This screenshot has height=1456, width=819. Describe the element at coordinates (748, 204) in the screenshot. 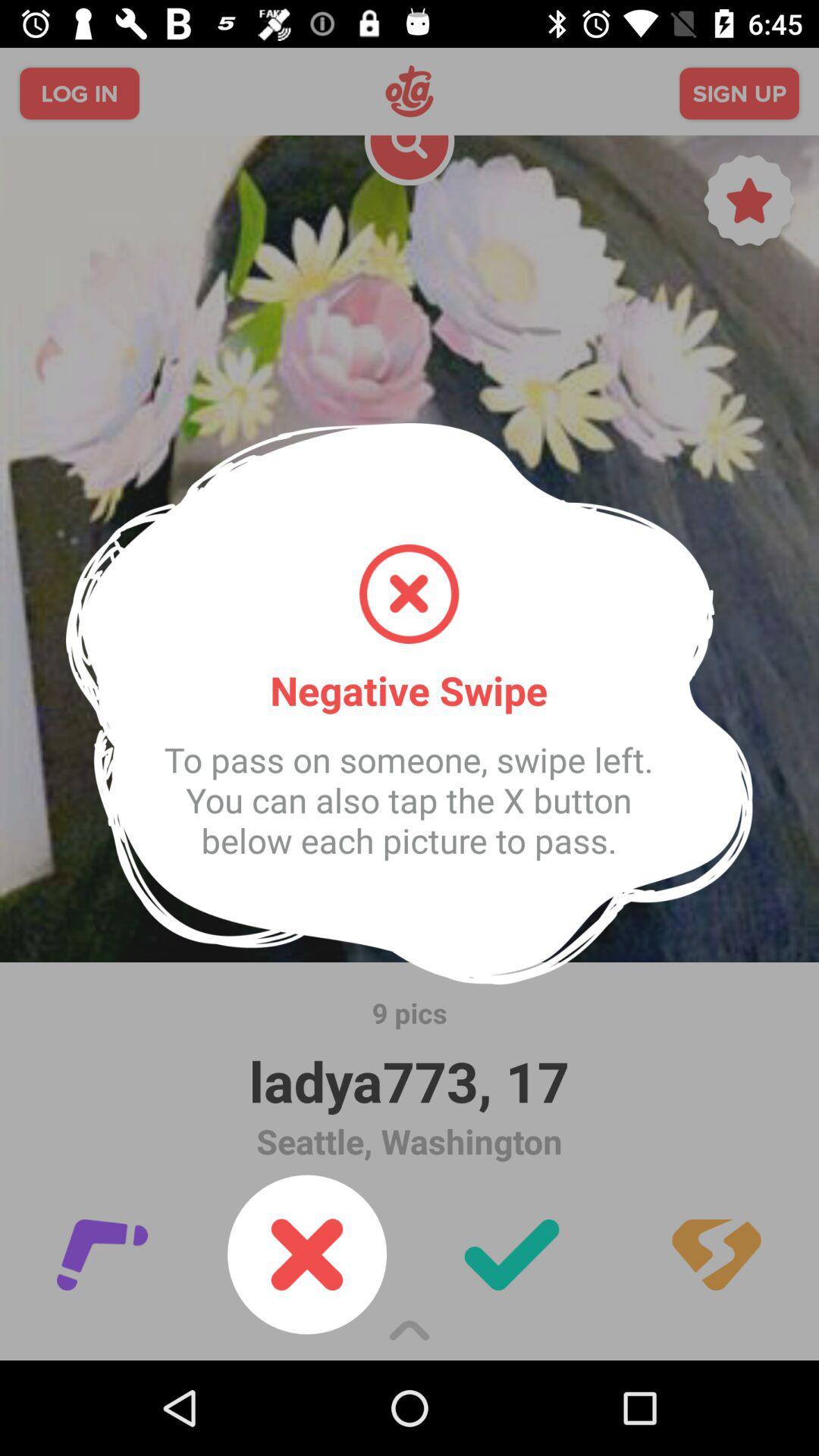

I see `the star icon` at that location.